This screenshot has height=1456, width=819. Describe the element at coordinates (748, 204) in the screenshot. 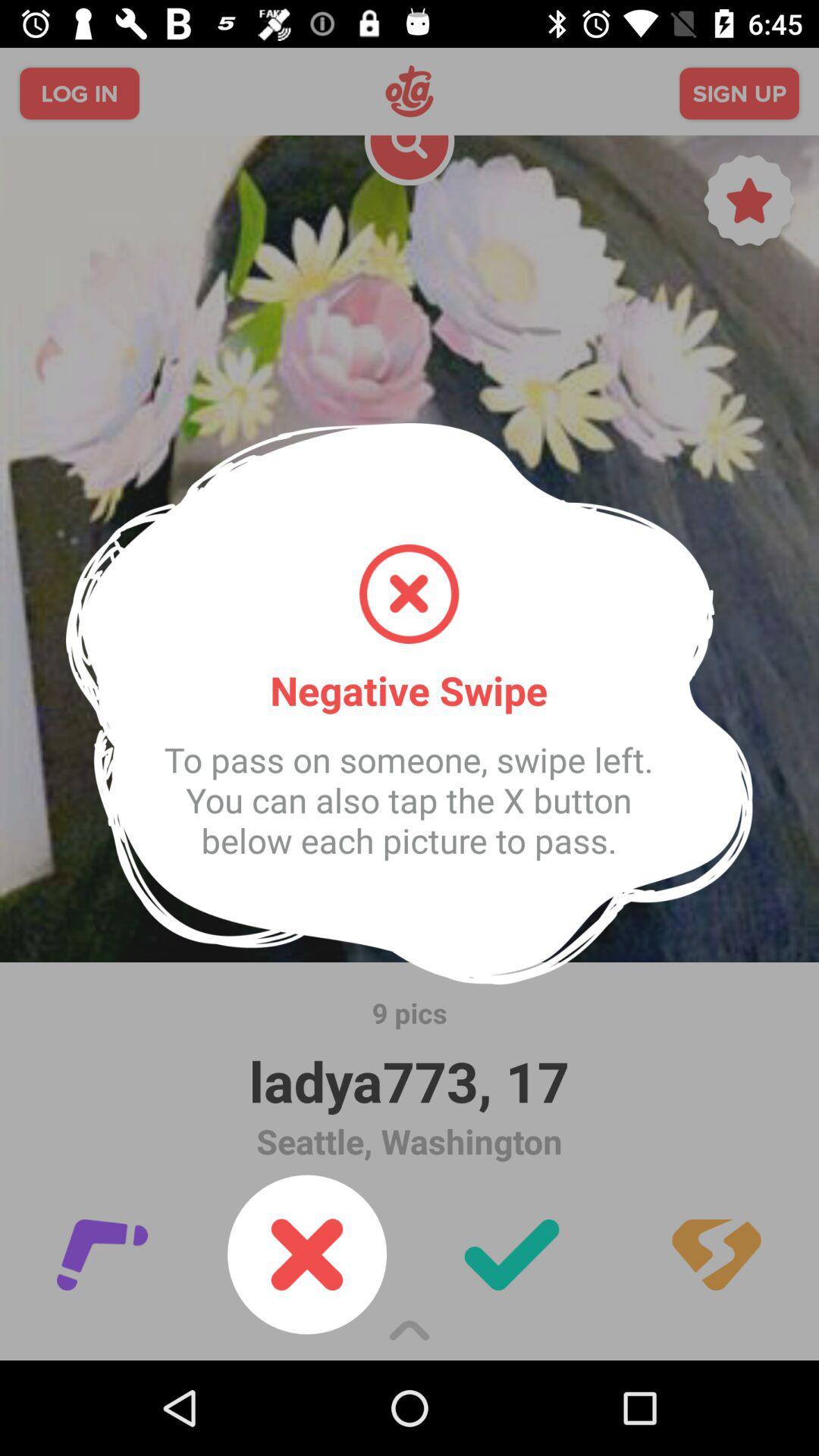

I see `the star icon` at that location.